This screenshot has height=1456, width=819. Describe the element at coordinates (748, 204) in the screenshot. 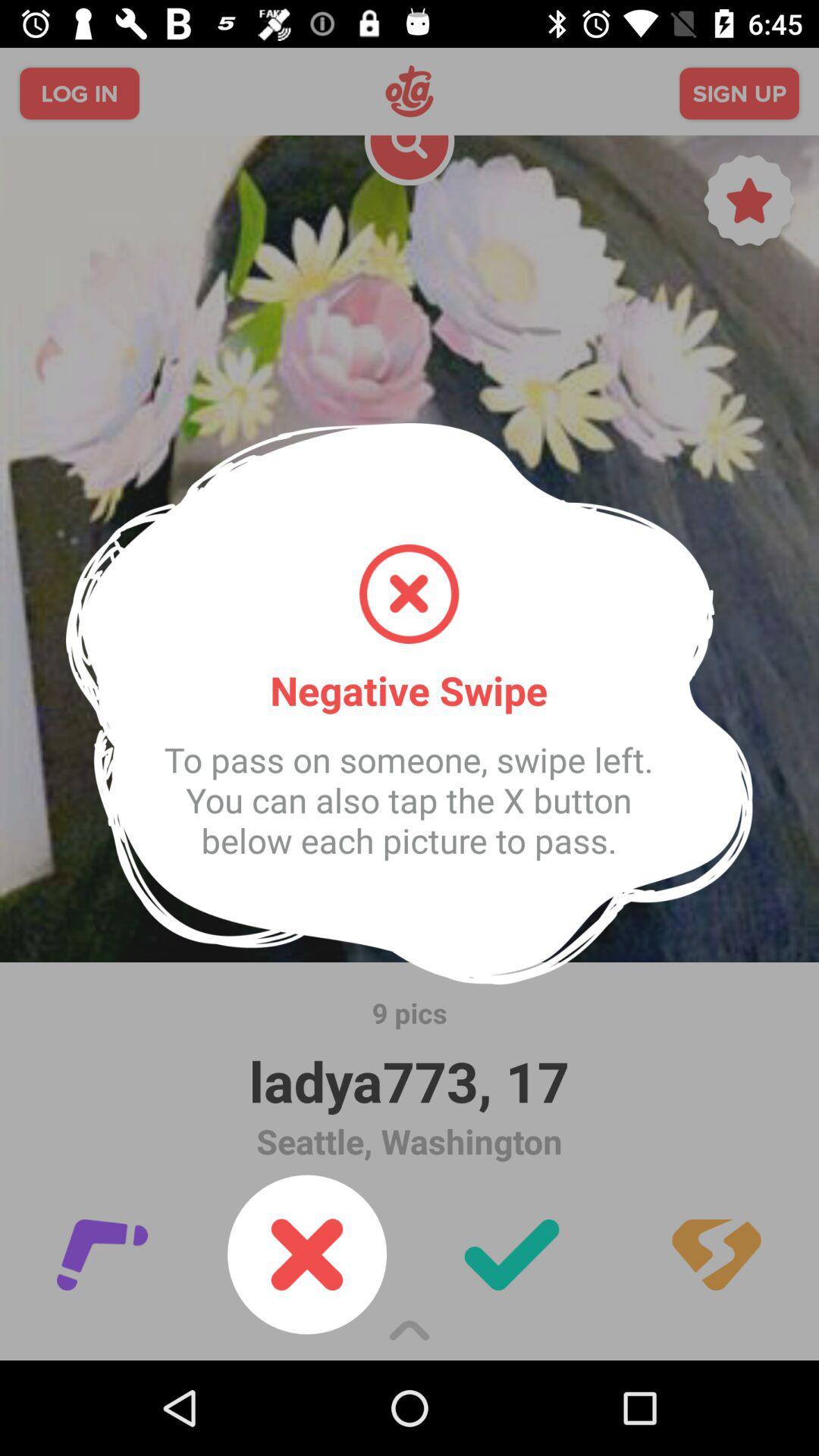

I see `the star icon` at that location.